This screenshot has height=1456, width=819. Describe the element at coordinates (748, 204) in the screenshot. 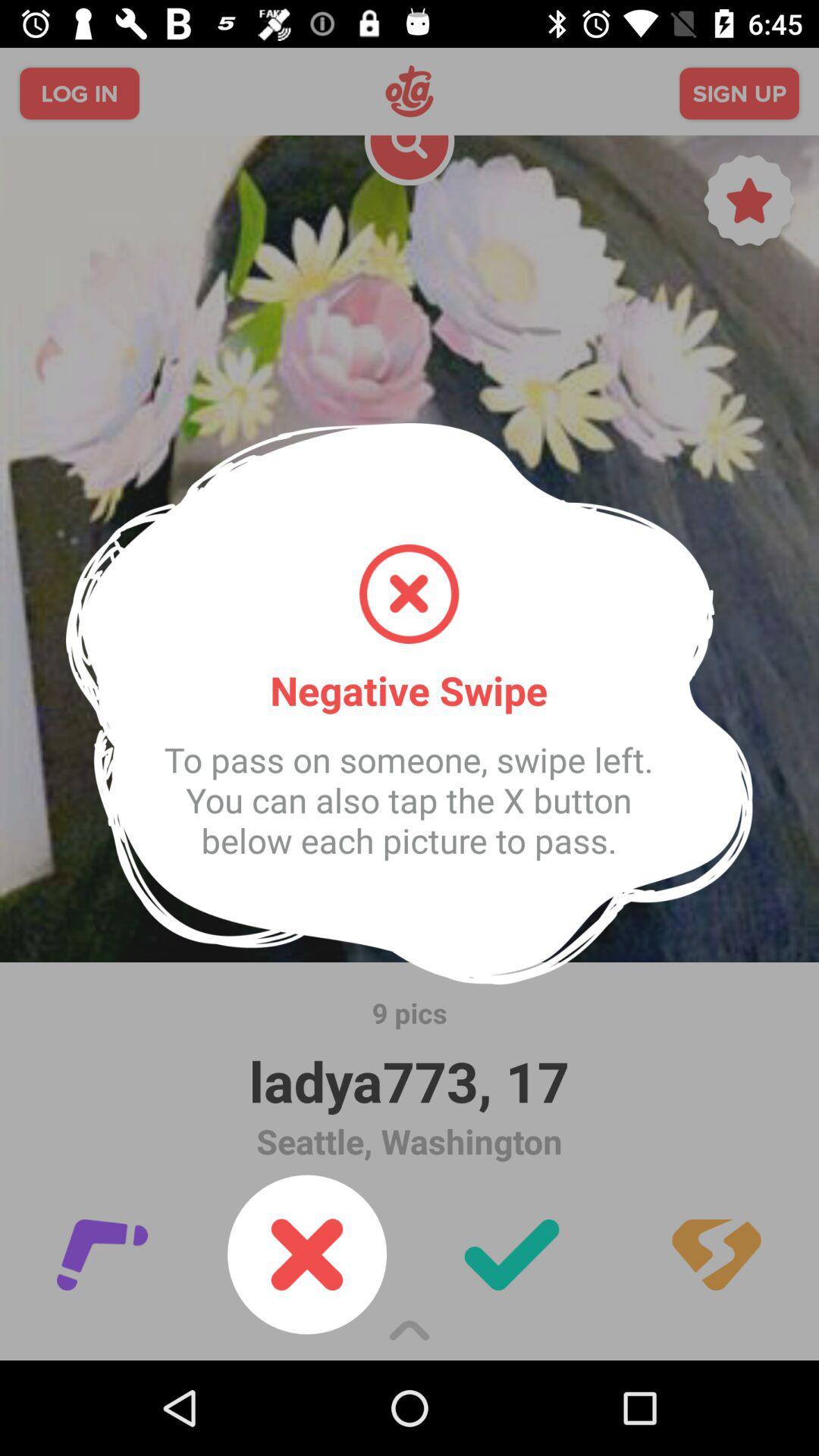

I see `the star icon` at that location.